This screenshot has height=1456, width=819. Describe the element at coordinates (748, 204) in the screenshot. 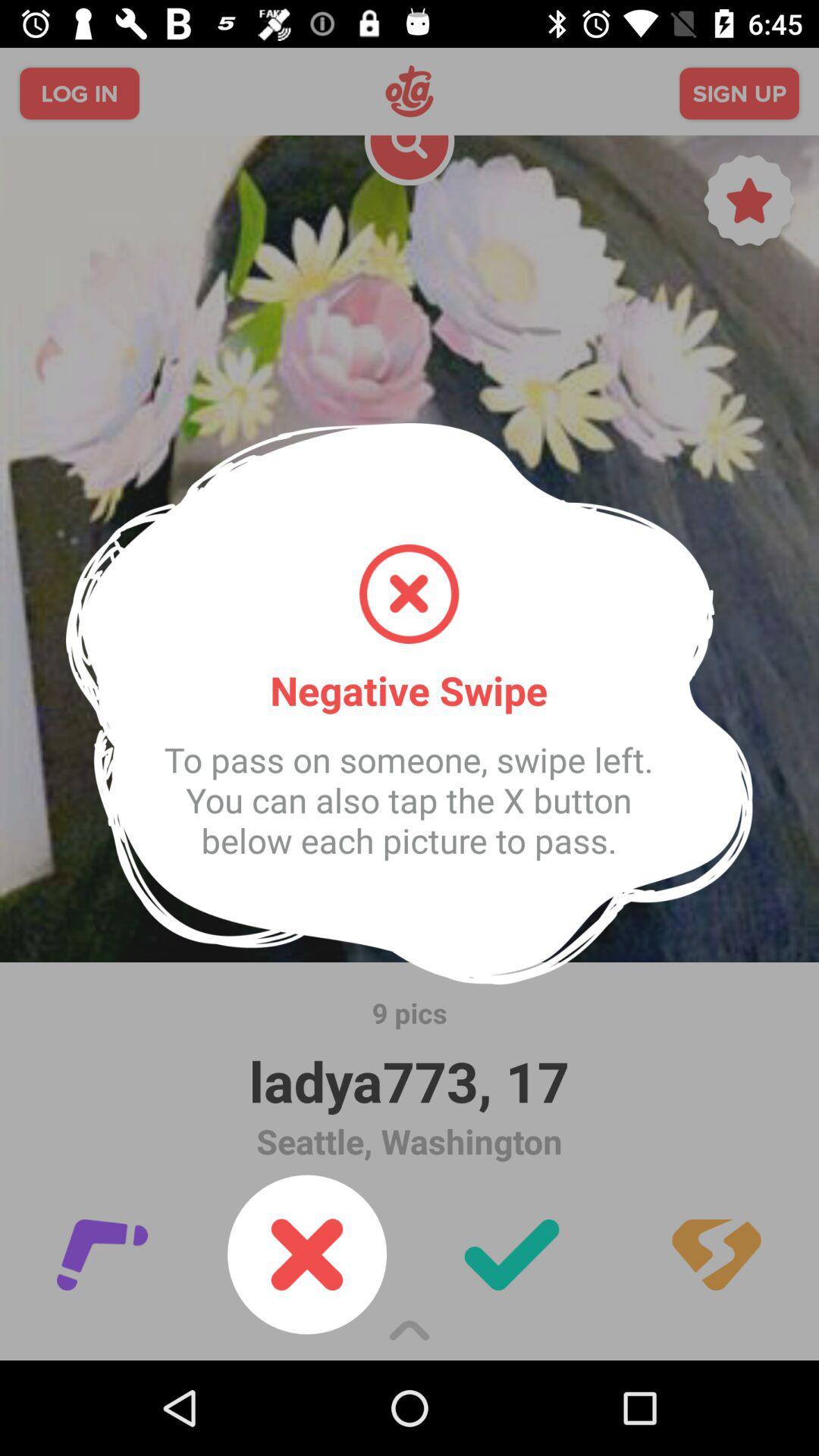

I see `the star icon` at that location.